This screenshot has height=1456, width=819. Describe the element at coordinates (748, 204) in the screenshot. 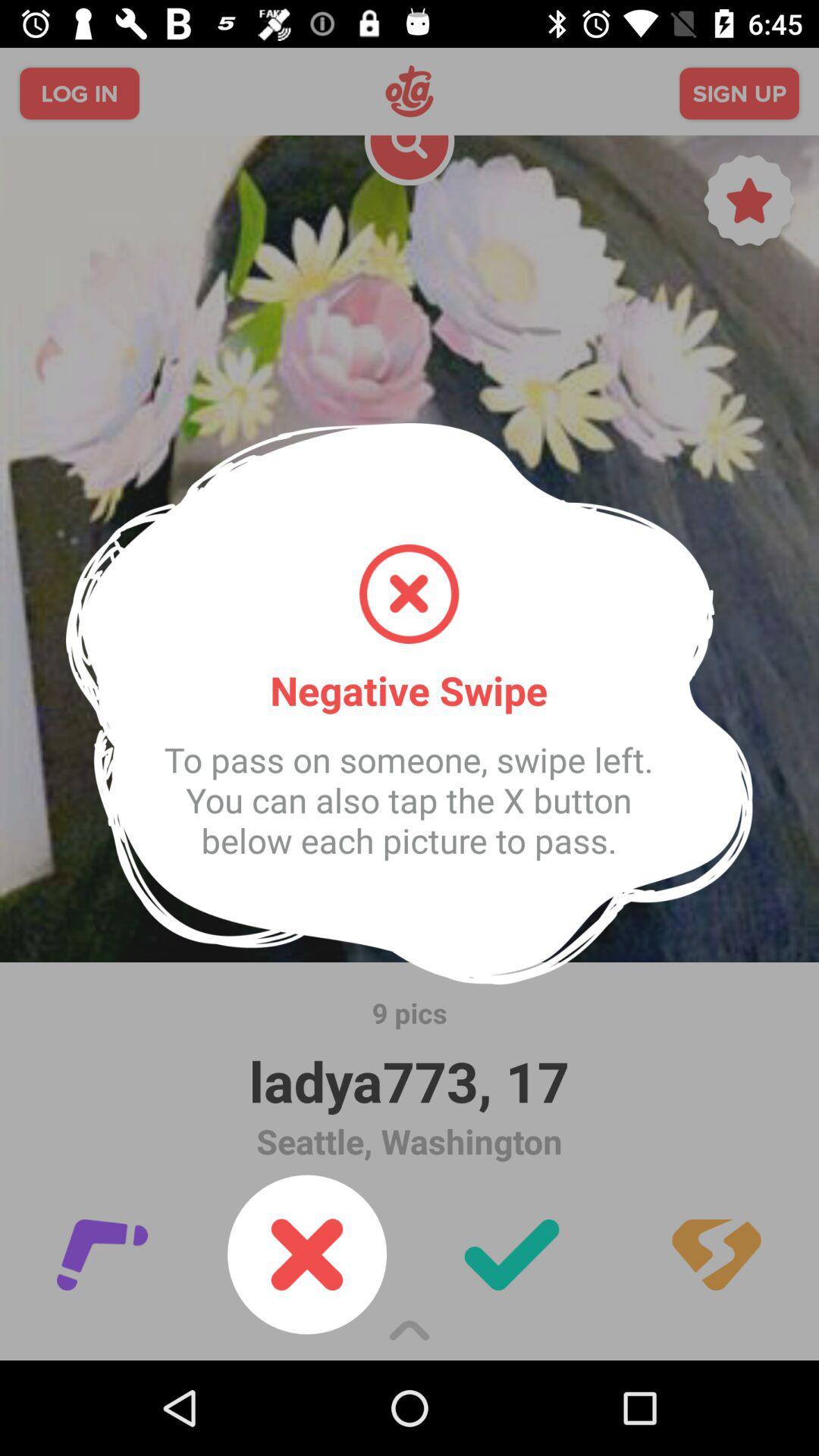

I see `the star icon` at that location.